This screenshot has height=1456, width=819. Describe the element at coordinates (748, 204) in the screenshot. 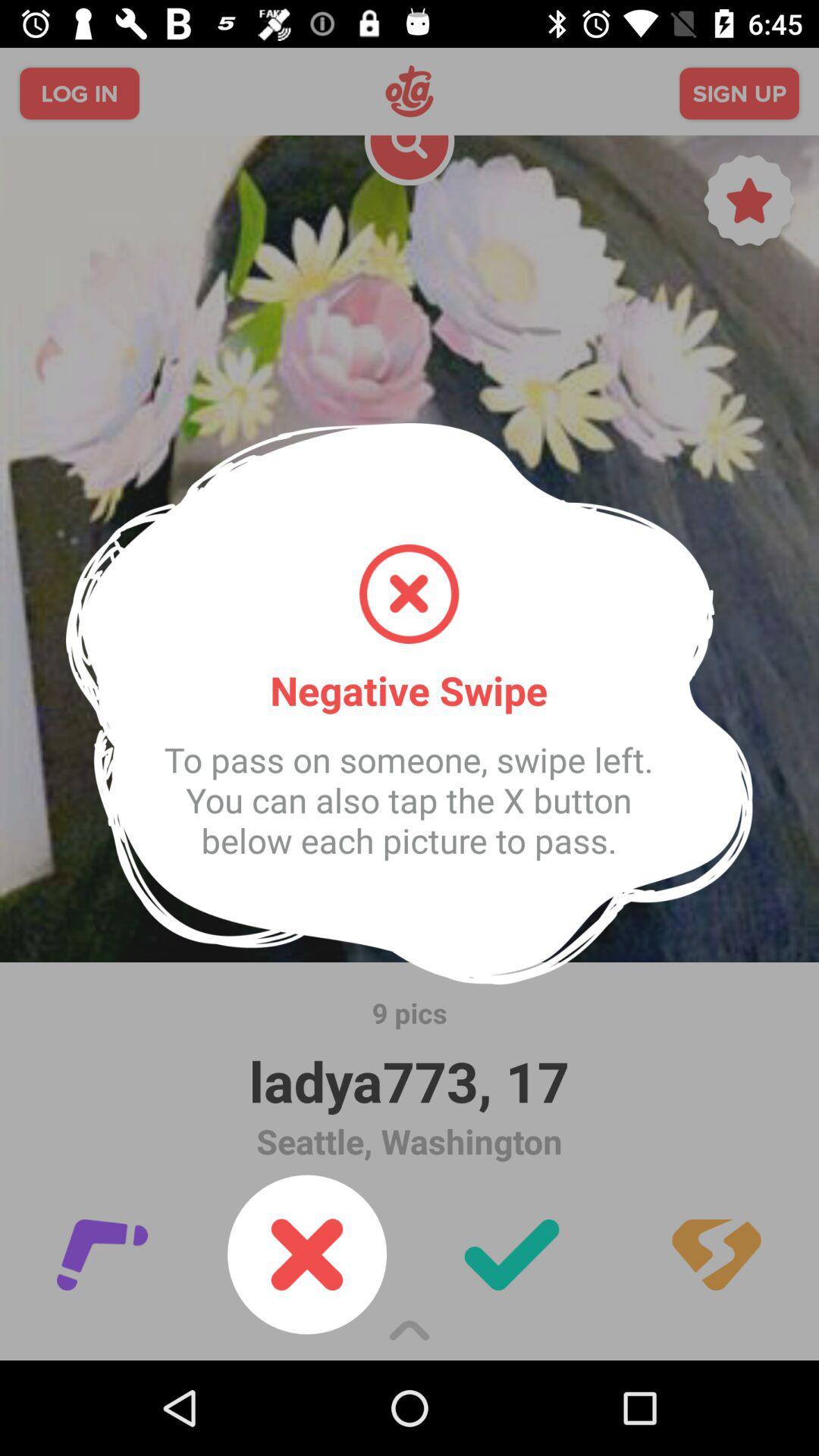

I see `the star icon` at that location.